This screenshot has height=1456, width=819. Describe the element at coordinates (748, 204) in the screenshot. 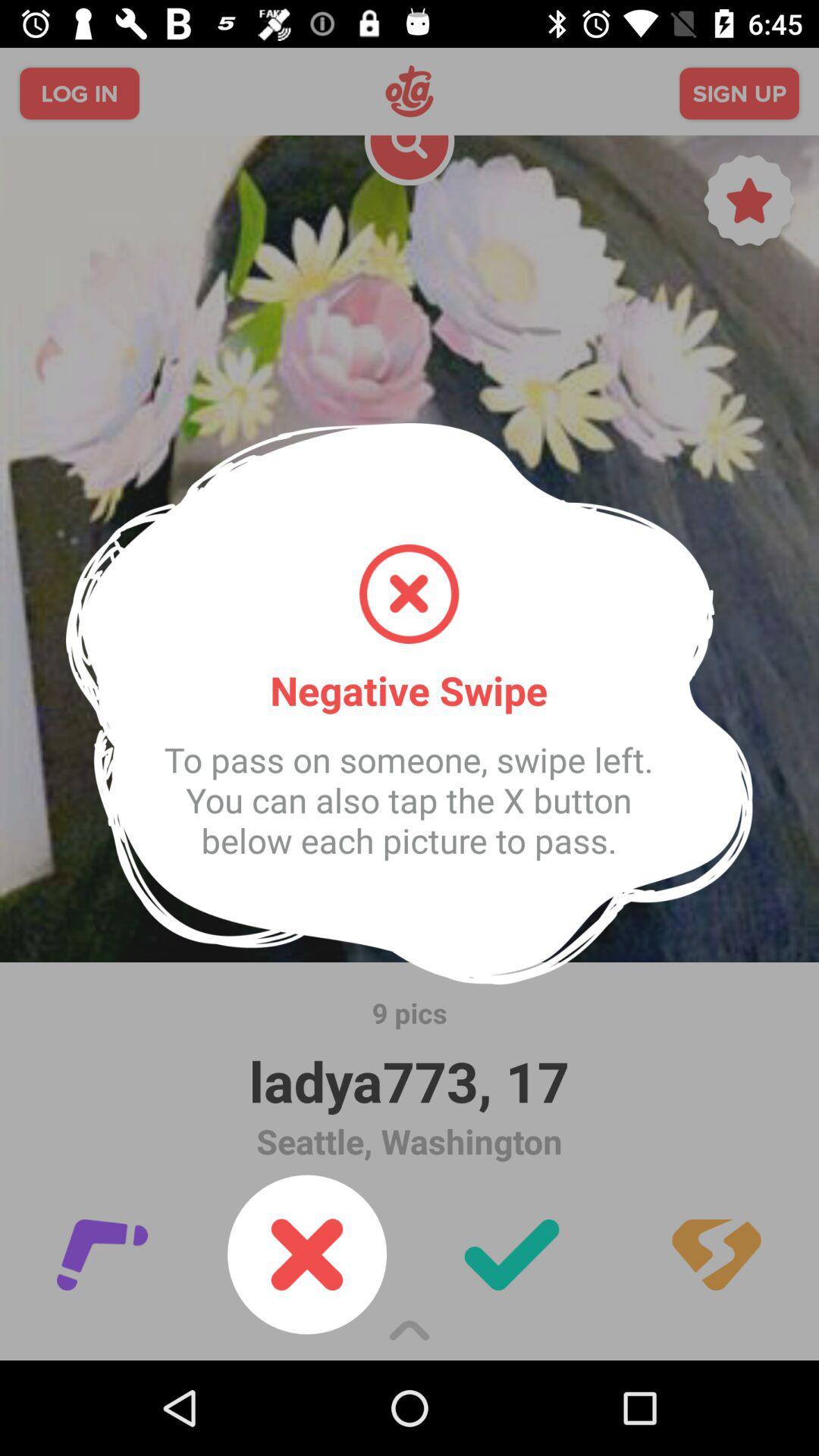

I see `the star icon` at that location.